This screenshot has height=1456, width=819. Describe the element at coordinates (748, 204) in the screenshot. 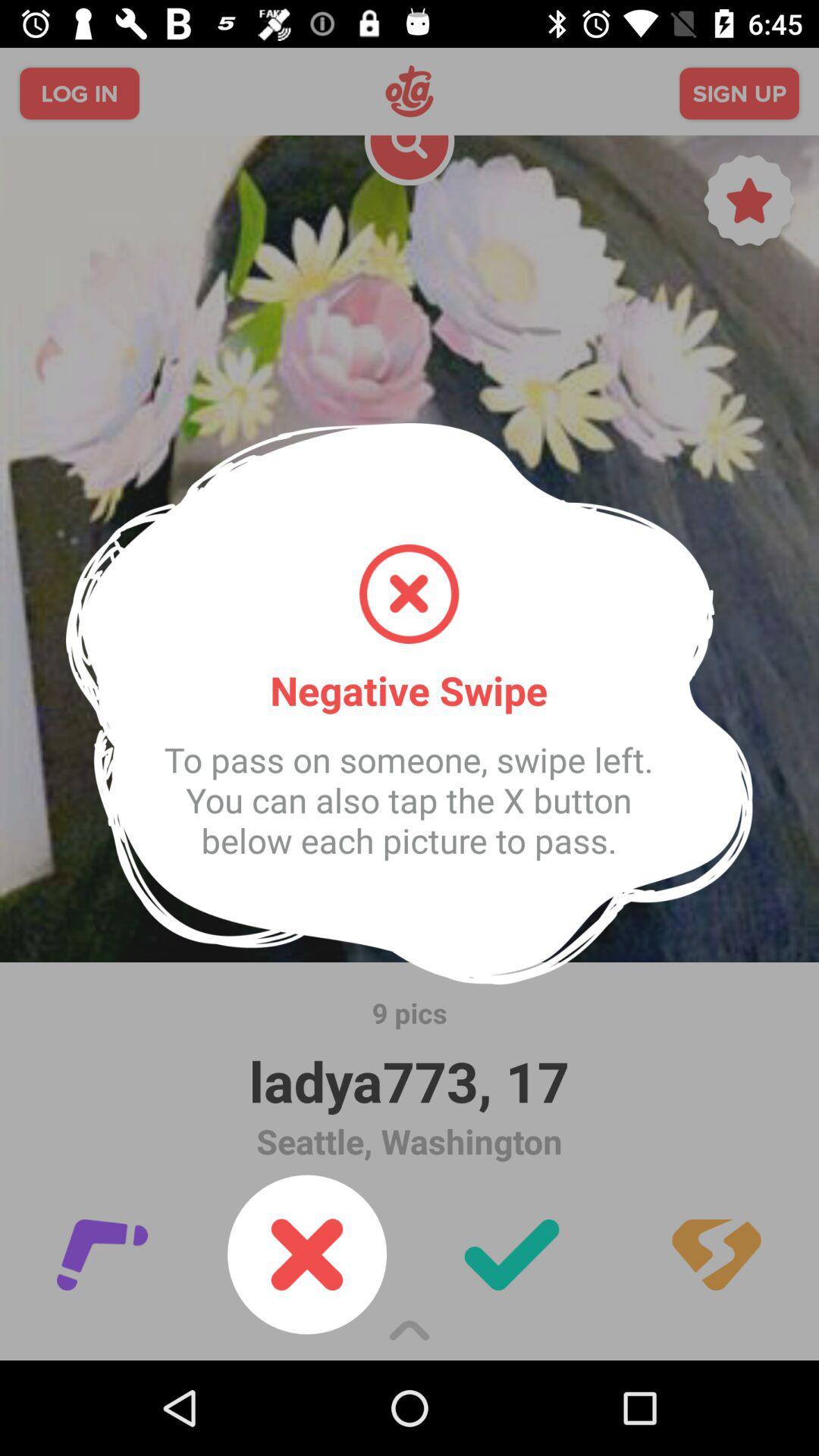

I see `the star icon` at that location.